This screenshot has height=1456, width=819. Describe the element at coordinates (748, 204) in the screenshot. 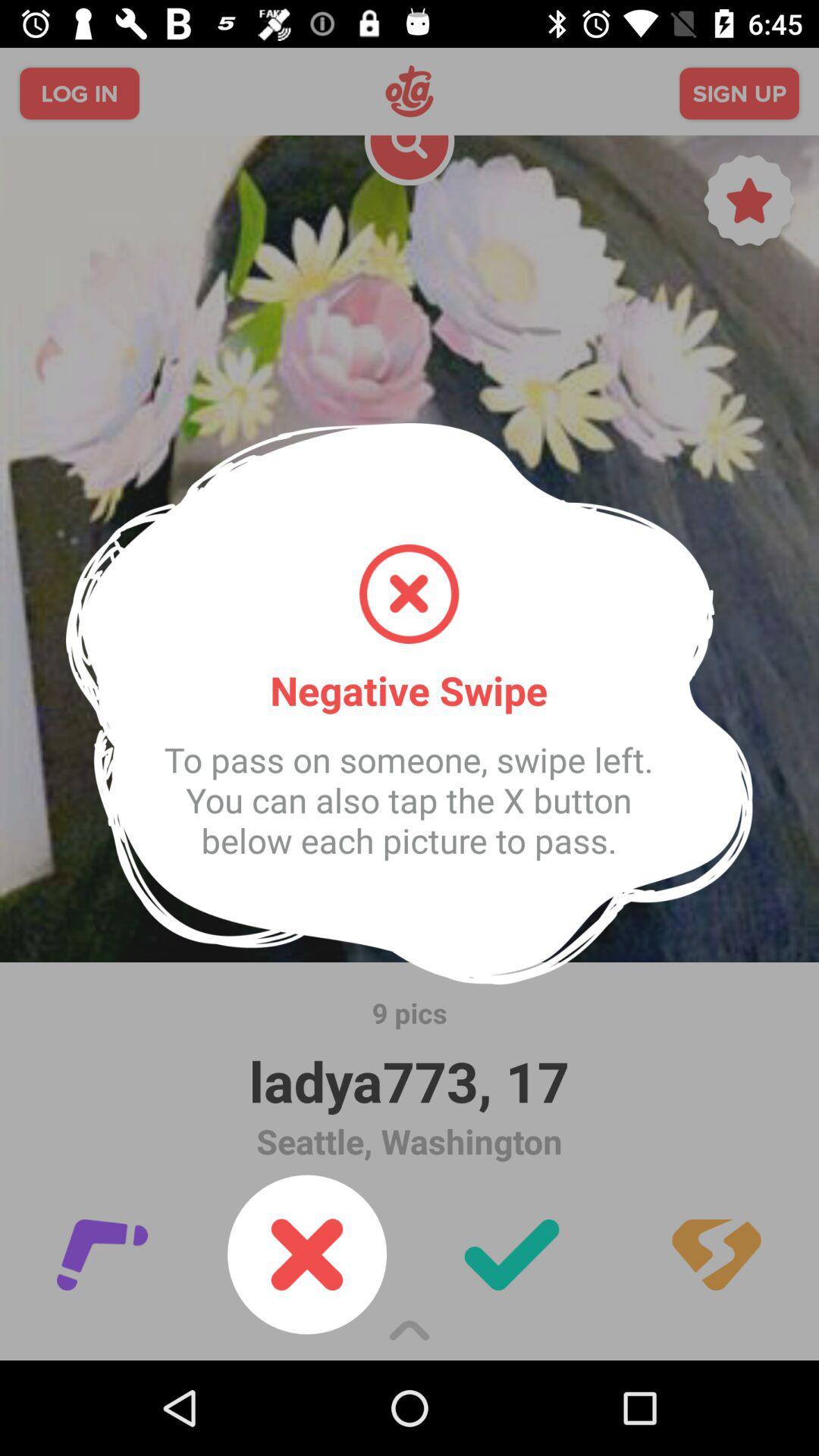

I see `the star icon` at that location.